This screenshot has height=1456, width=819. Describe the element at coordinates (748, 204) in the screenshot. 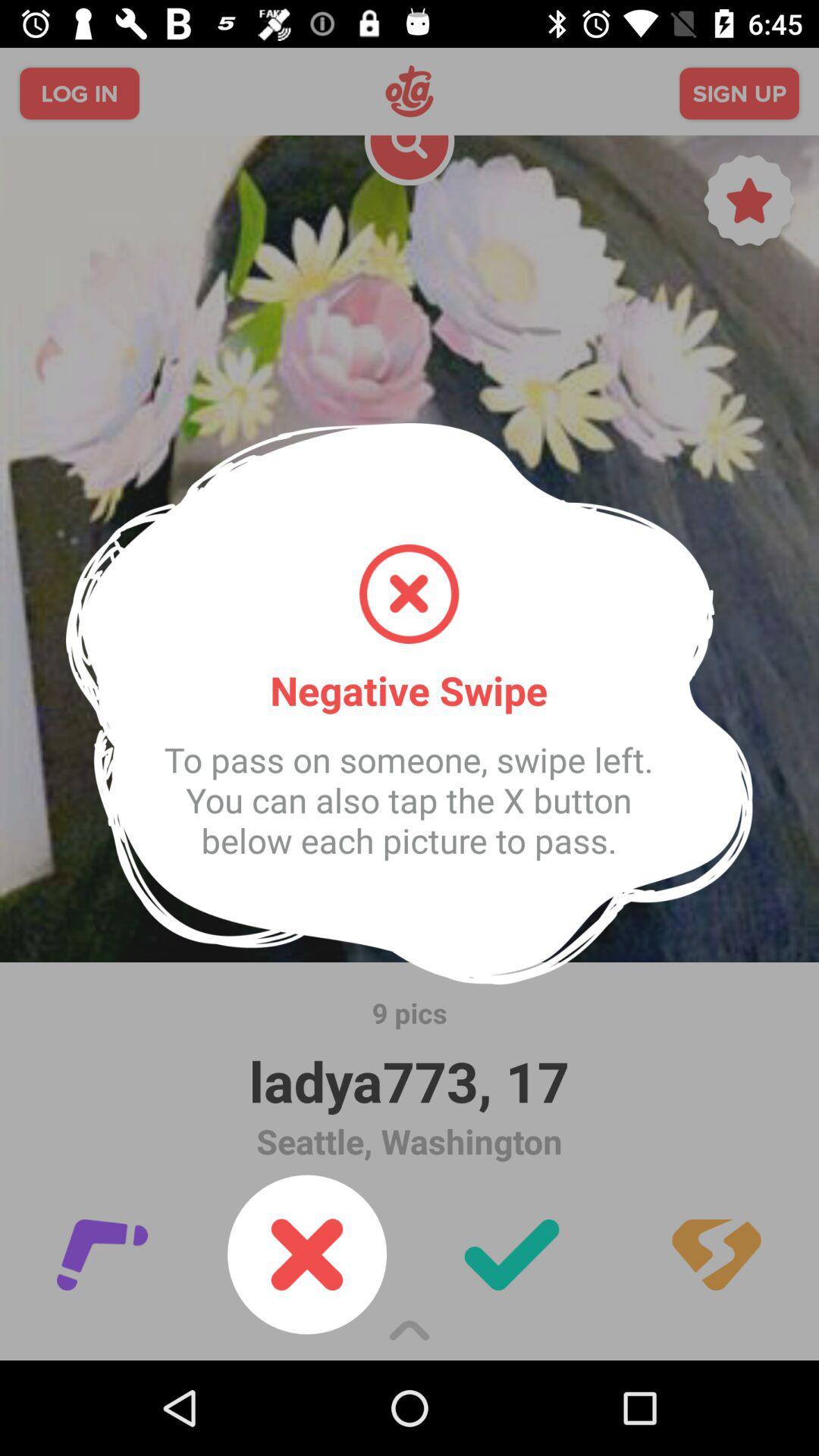

I see `the star icon` at that location.